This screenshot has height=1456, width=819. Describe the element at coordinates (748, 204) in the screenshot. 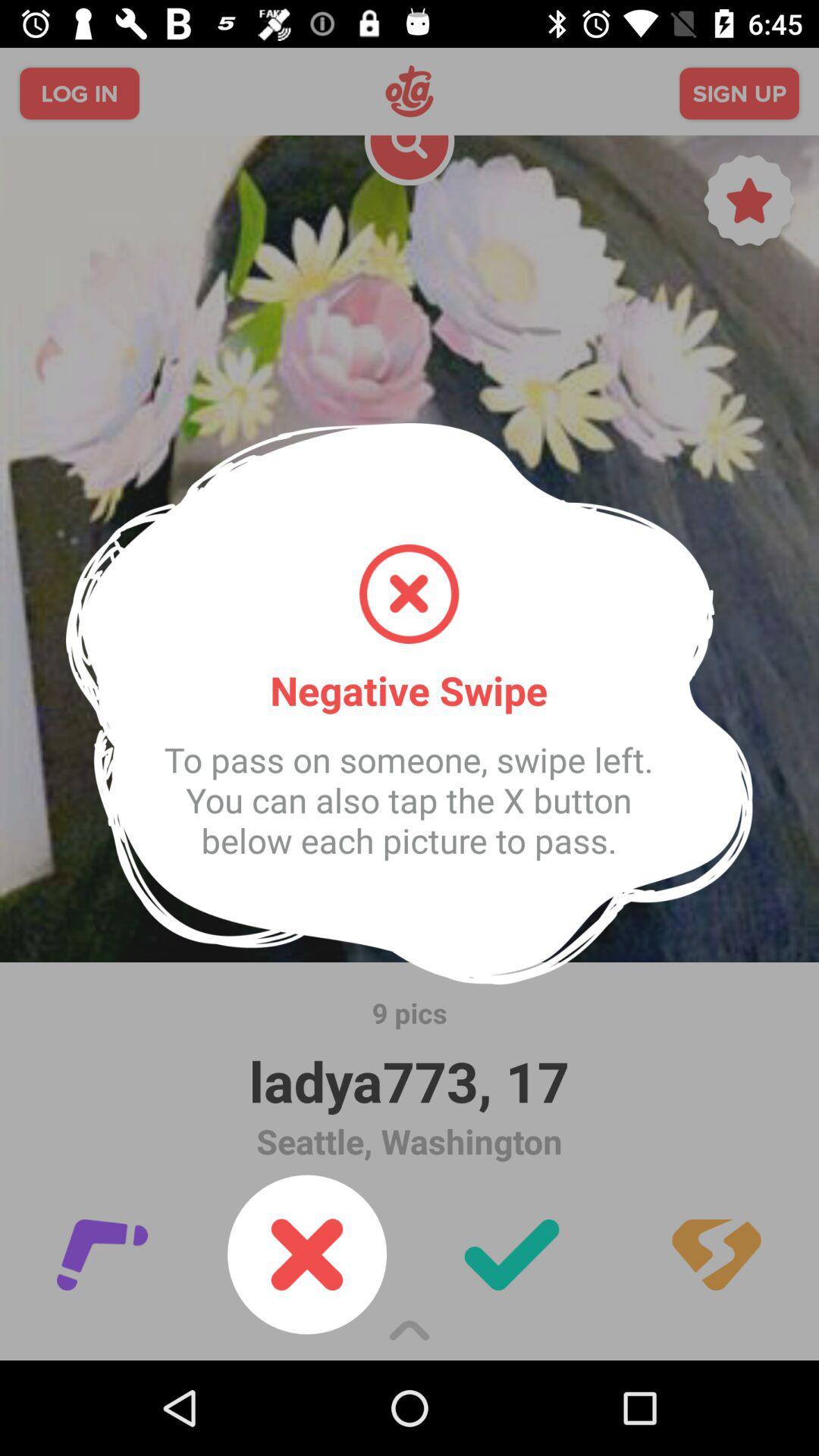

I see `the star icon` at that location.